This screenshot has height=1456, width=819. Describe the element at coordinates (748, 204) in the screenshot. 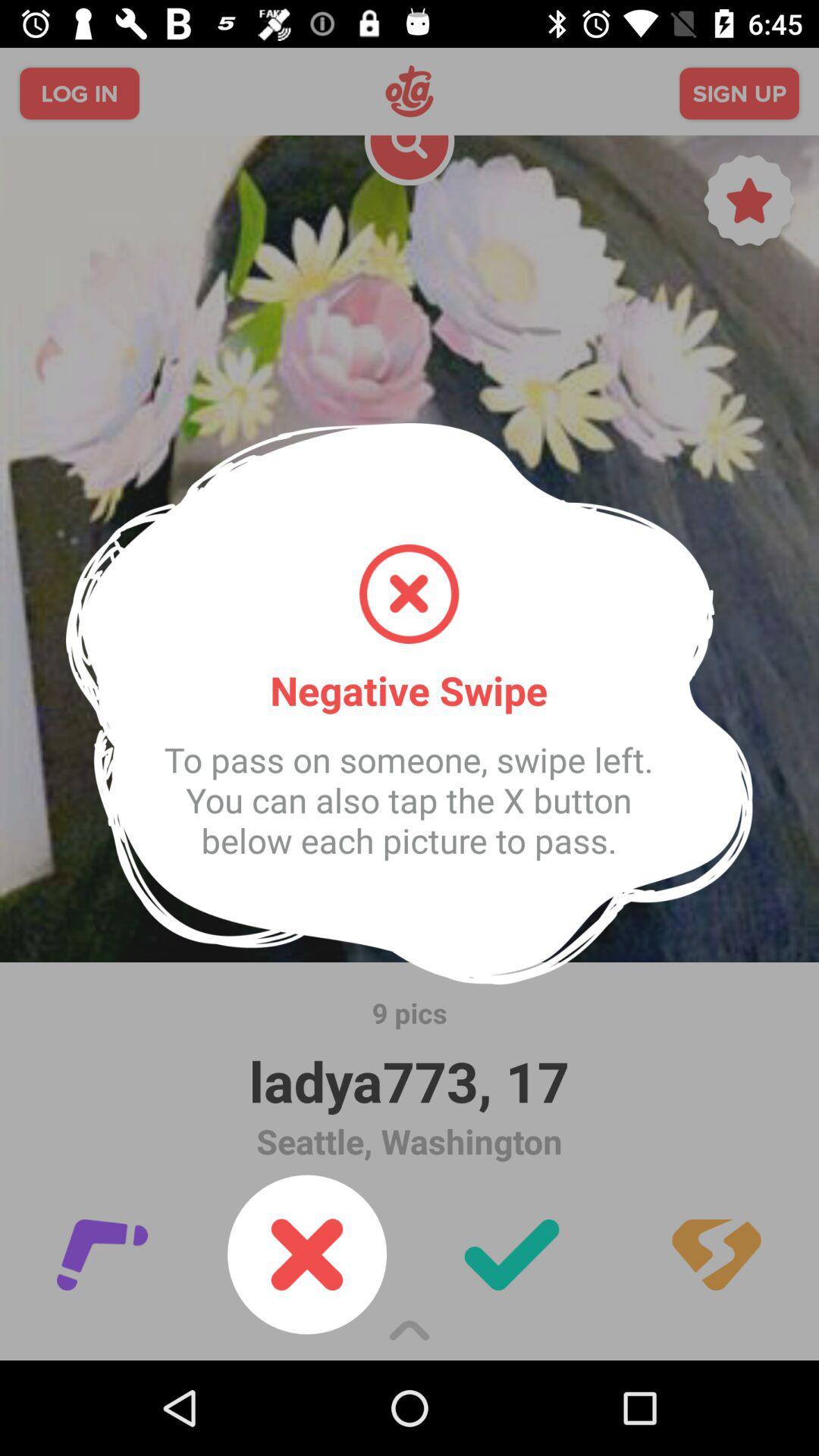

I see `the star icon` at that location.